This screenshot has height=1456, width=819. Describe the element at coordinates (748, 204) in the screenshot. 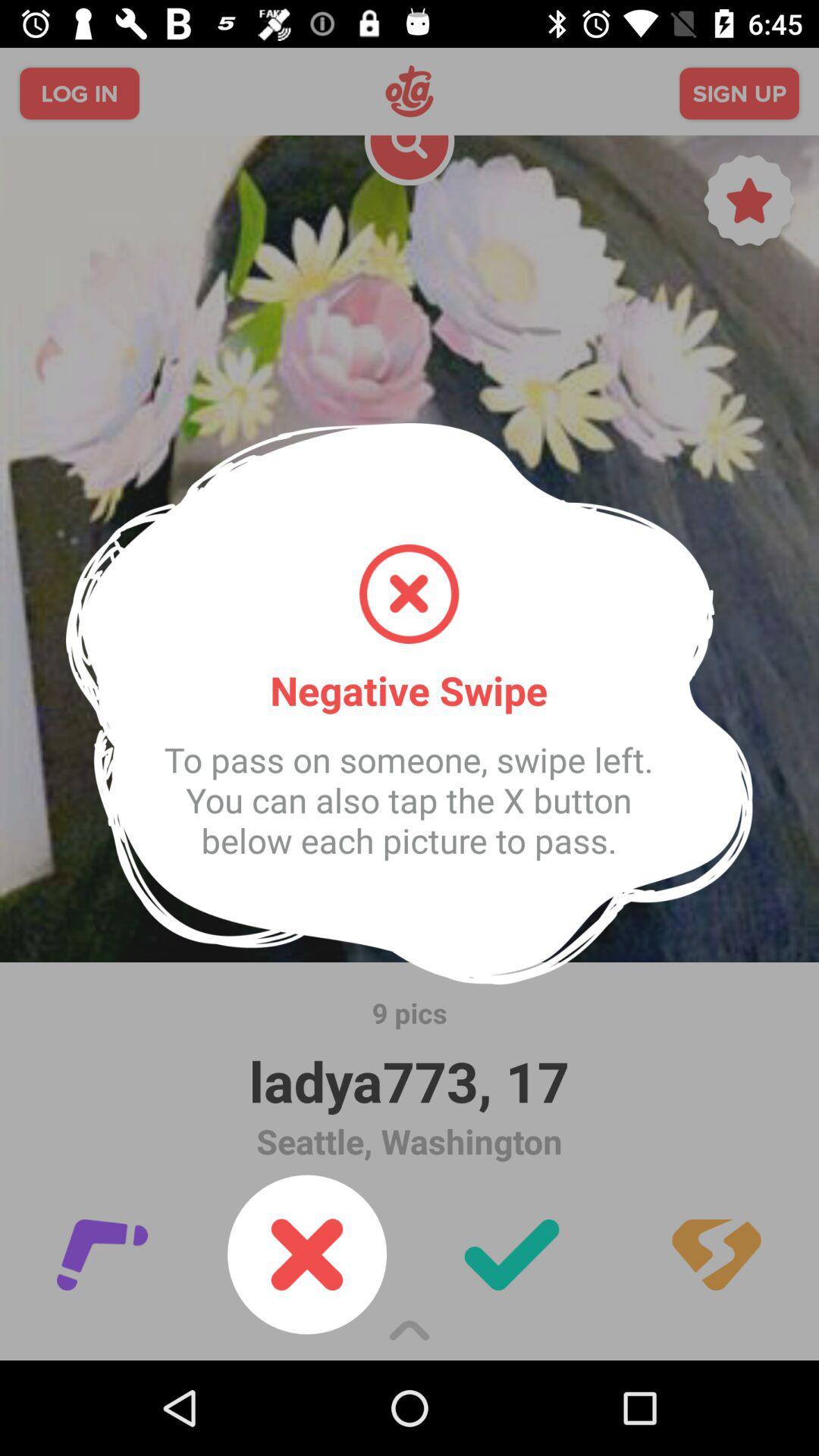

I see `the star icon` at that location.